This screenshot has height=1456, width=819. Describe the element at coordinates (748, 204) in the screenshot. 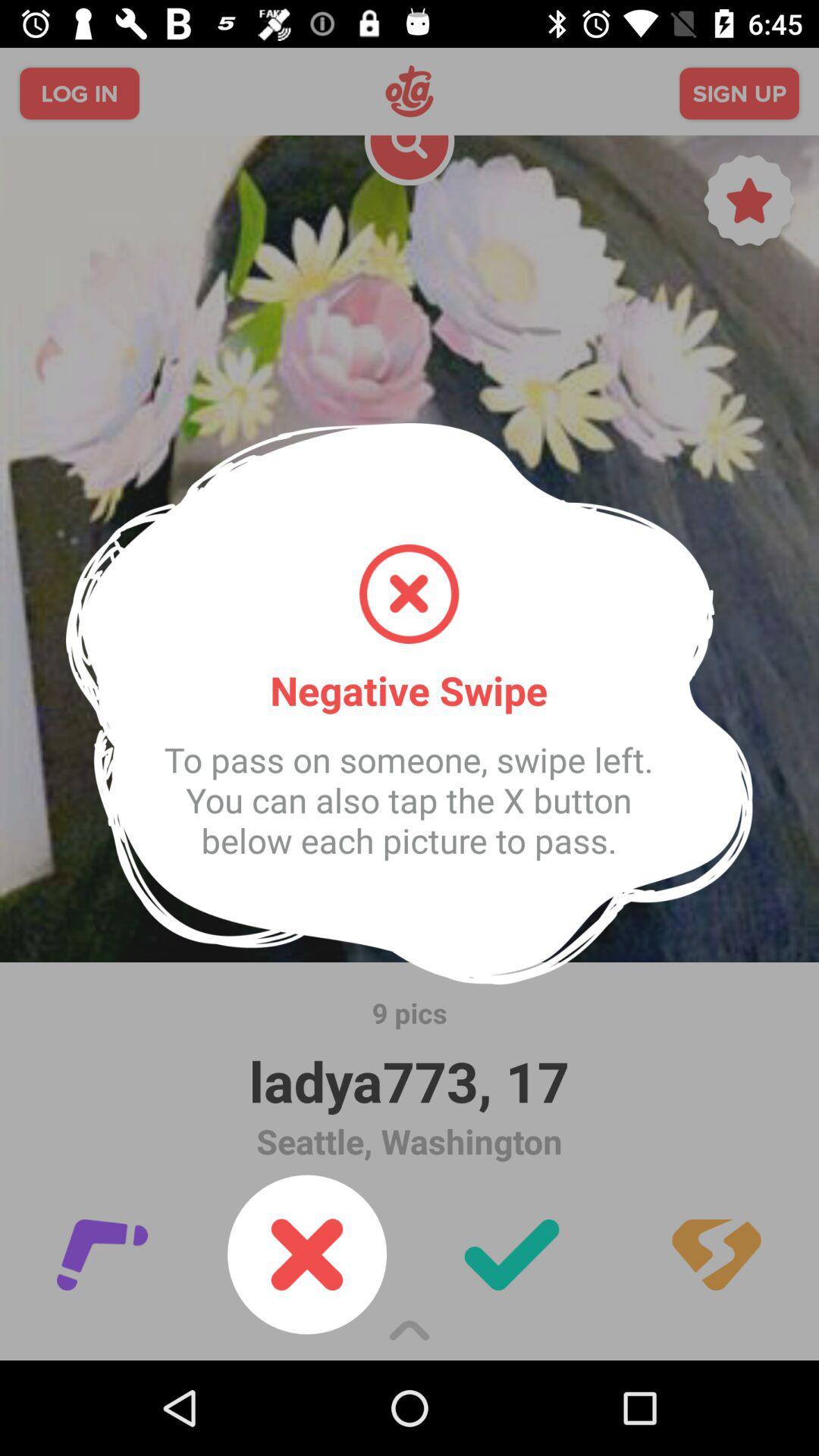

I see `the star icon` at that location.